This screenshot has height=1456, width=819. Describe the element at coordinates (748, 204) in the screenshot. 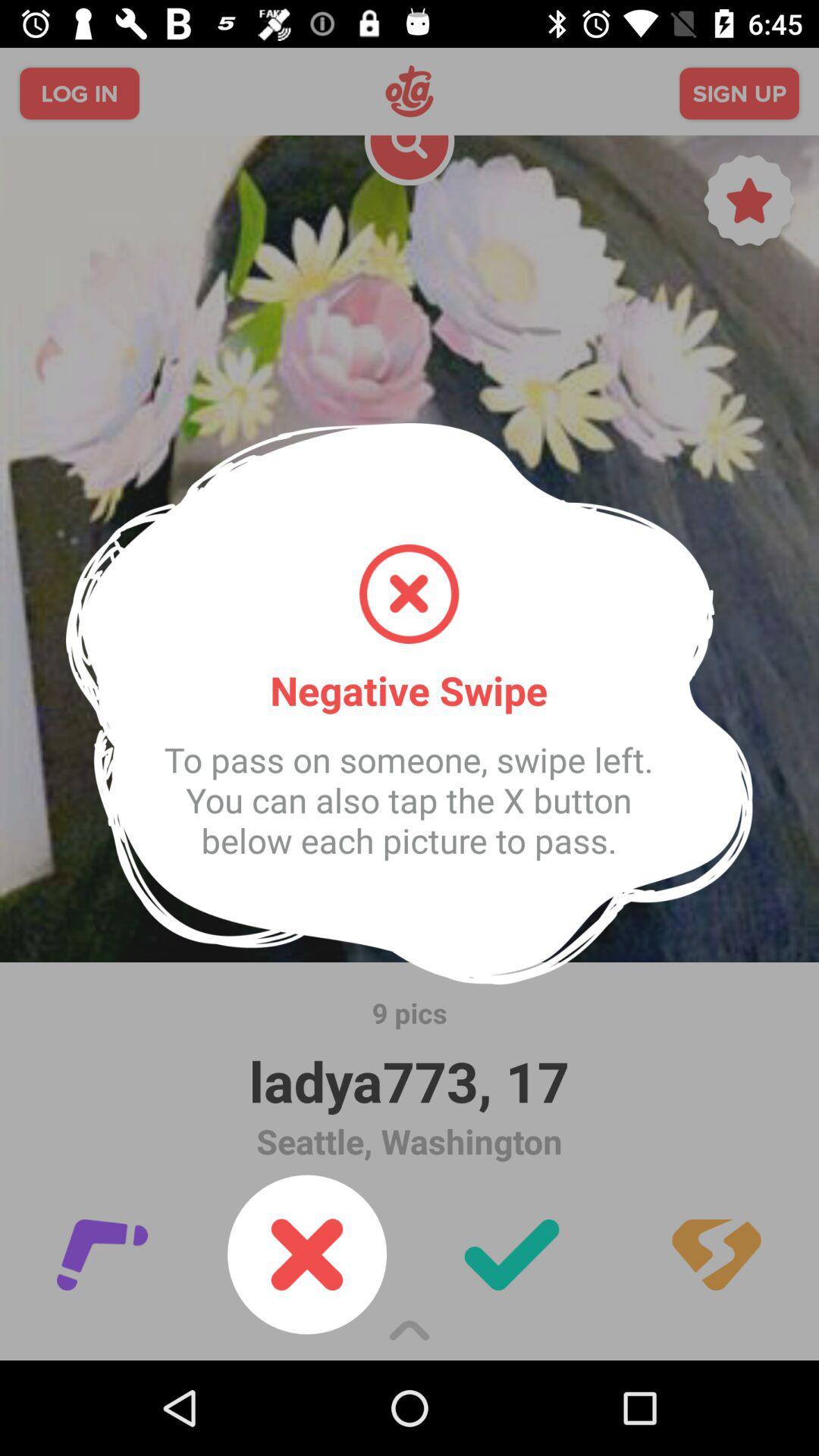

I see `the star icon` at that location.